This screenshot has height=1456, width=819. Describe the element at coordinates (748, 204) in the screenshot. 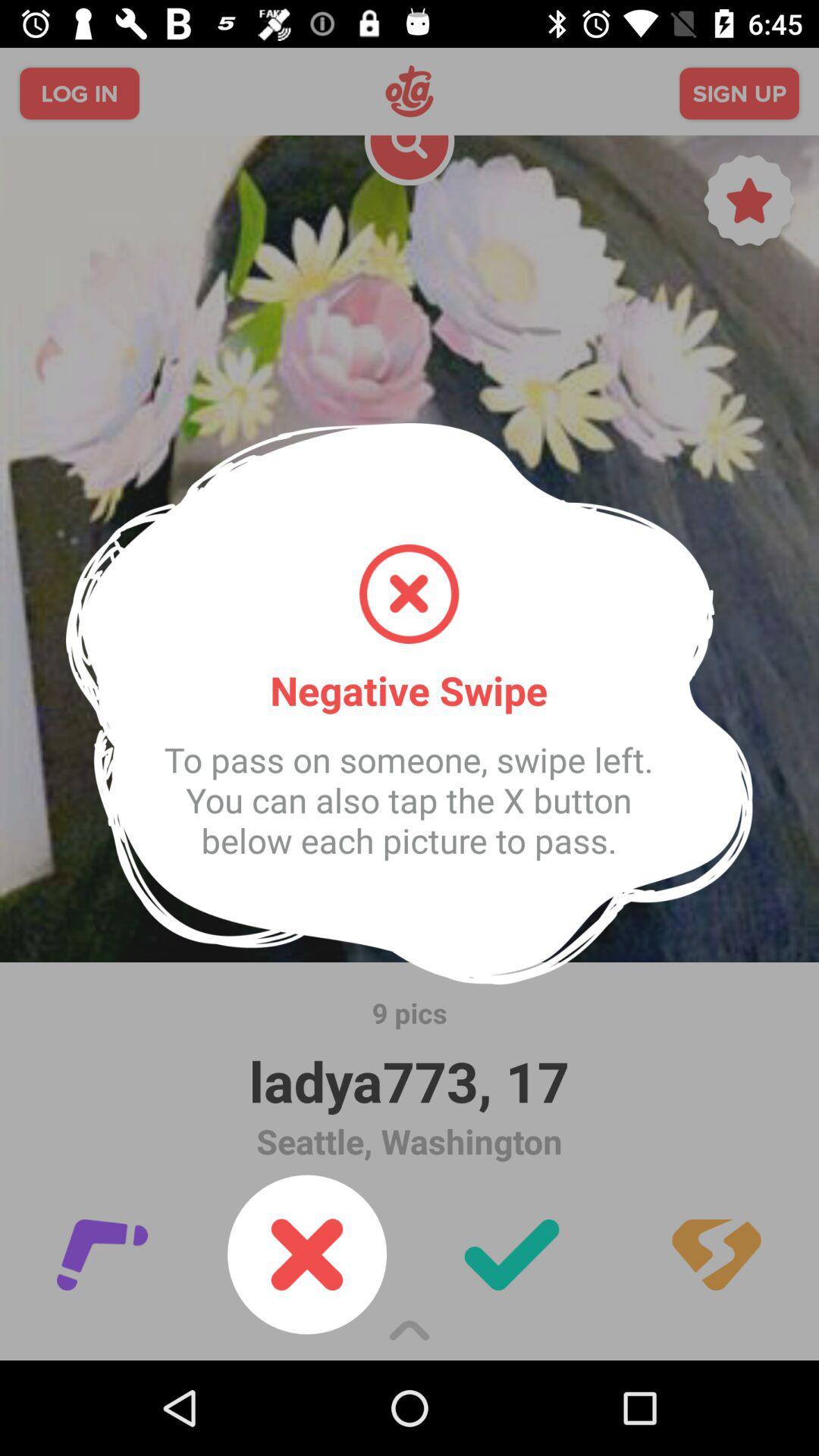

I see `the star icon` at that location.